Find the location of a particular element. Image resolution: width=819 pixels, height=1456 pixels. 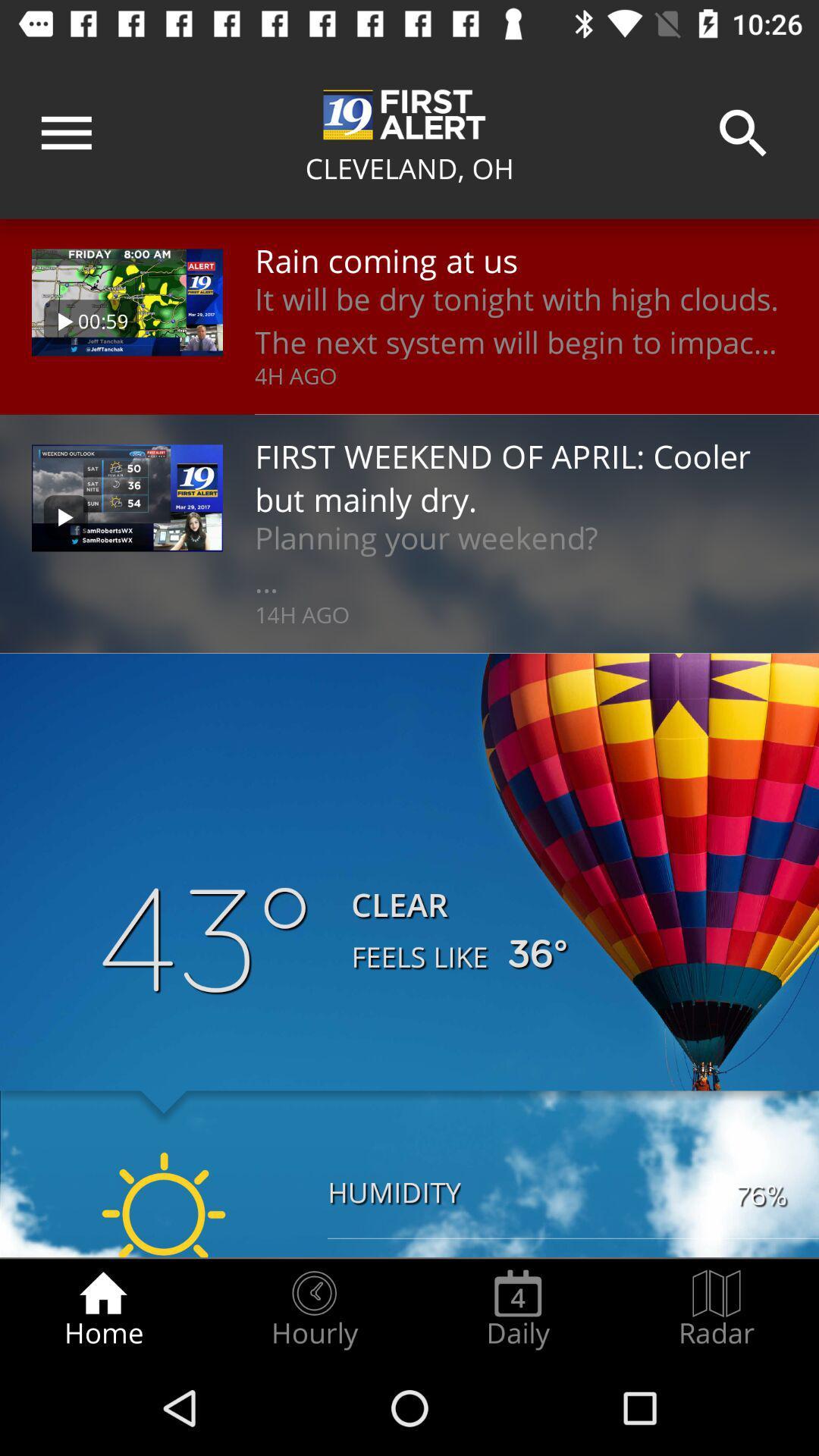

icon to the left of the radar icon is located at coordinates (517, 1309).